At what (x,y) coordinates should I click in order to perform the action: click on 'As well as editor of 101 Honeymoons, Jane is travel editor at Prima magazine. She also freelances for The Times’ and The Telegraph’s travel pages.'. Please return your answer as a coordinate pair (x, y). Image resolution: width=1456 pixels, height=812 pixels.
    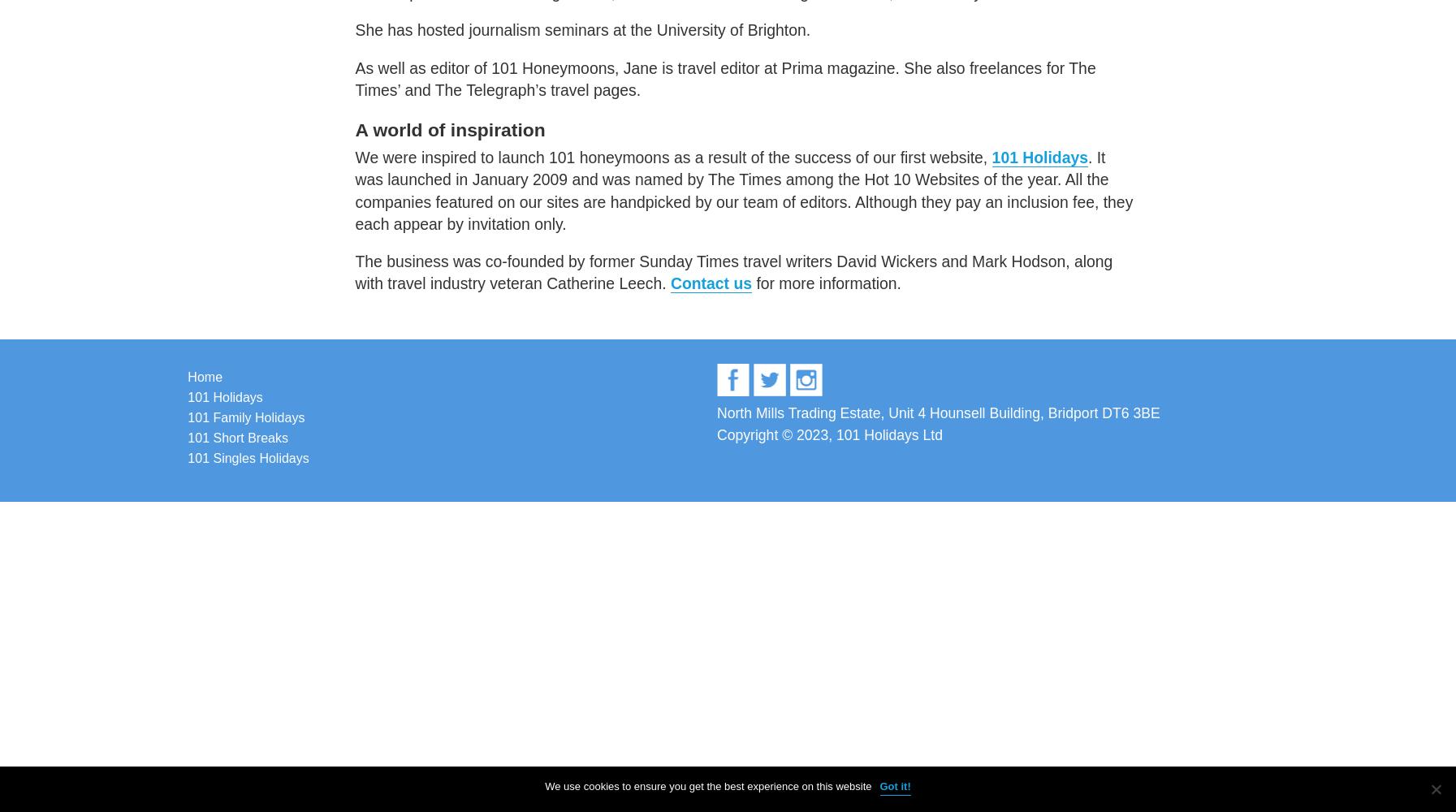
    Looking at the image, I should click on (724, 77).